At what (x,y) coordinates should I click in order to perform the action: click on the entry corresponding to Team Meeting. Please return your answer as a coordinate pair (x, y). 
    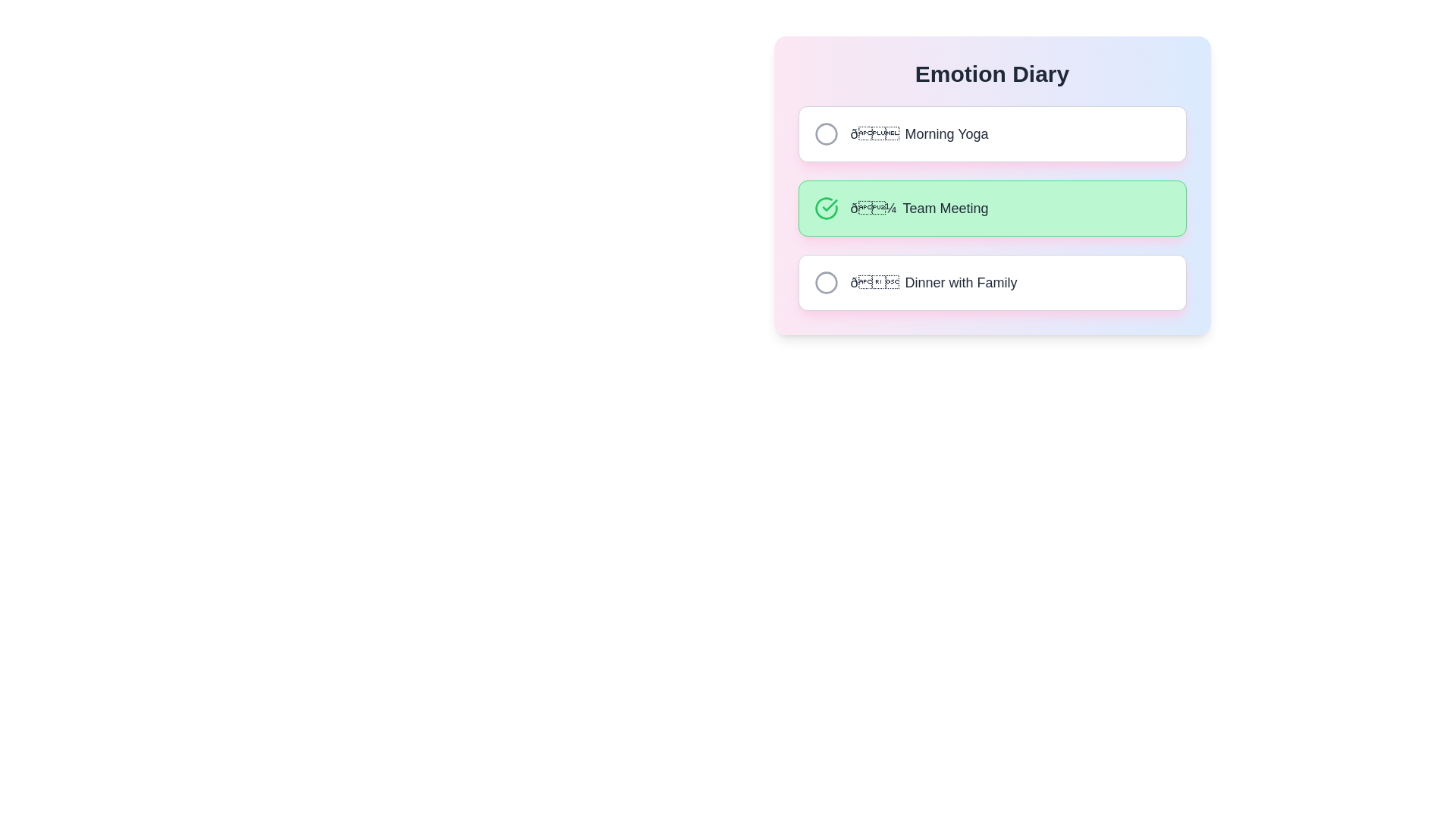
    Looking at the image, I should click on (992, 208).